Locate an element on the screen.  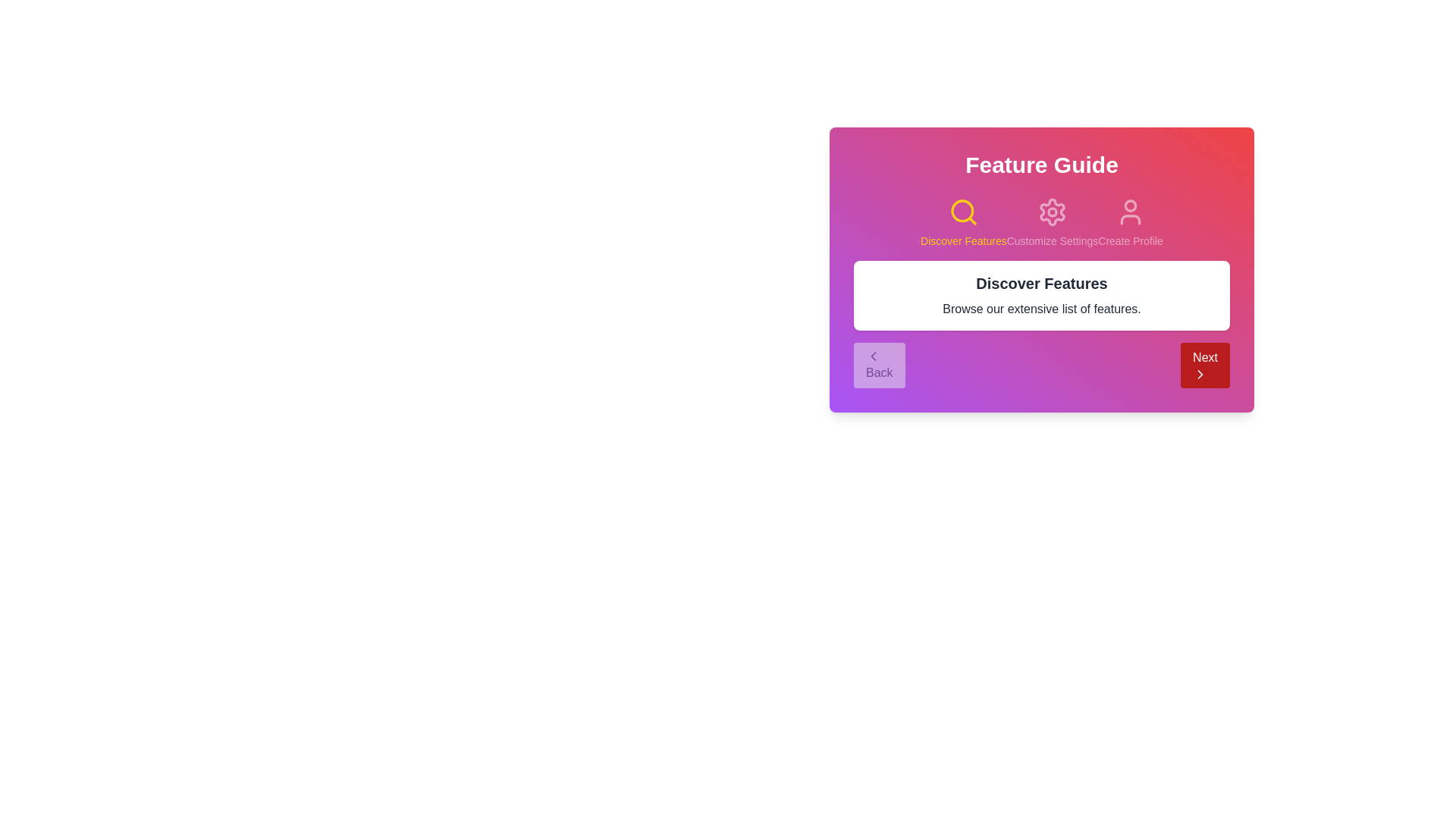
the step associated with Discover Features by clicking its icon is located at coordinates (962, 212).